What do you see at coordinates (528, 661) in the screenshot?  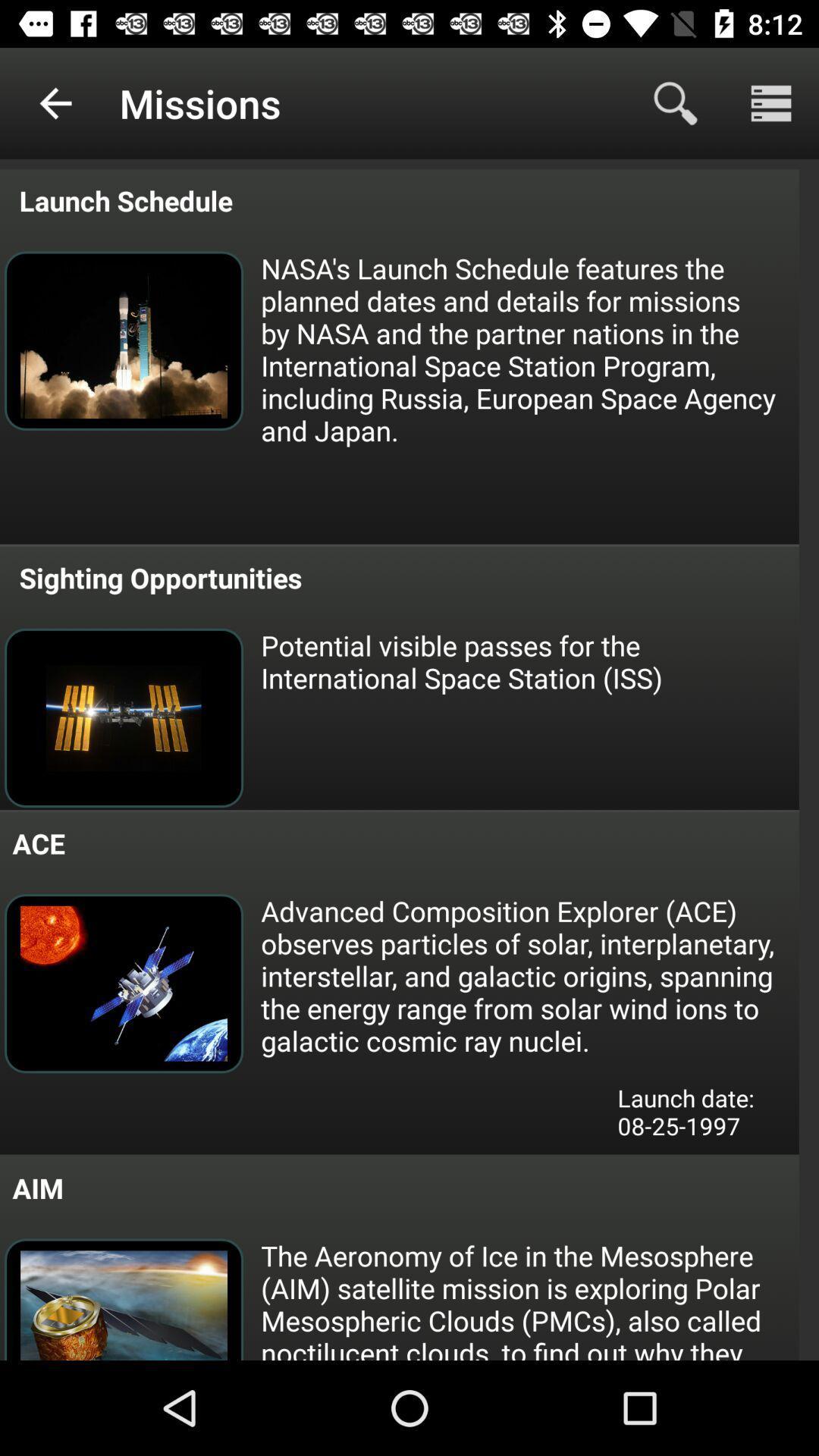 I see `icon below the  sighting opportunities item` at bounding box center [528, 661].